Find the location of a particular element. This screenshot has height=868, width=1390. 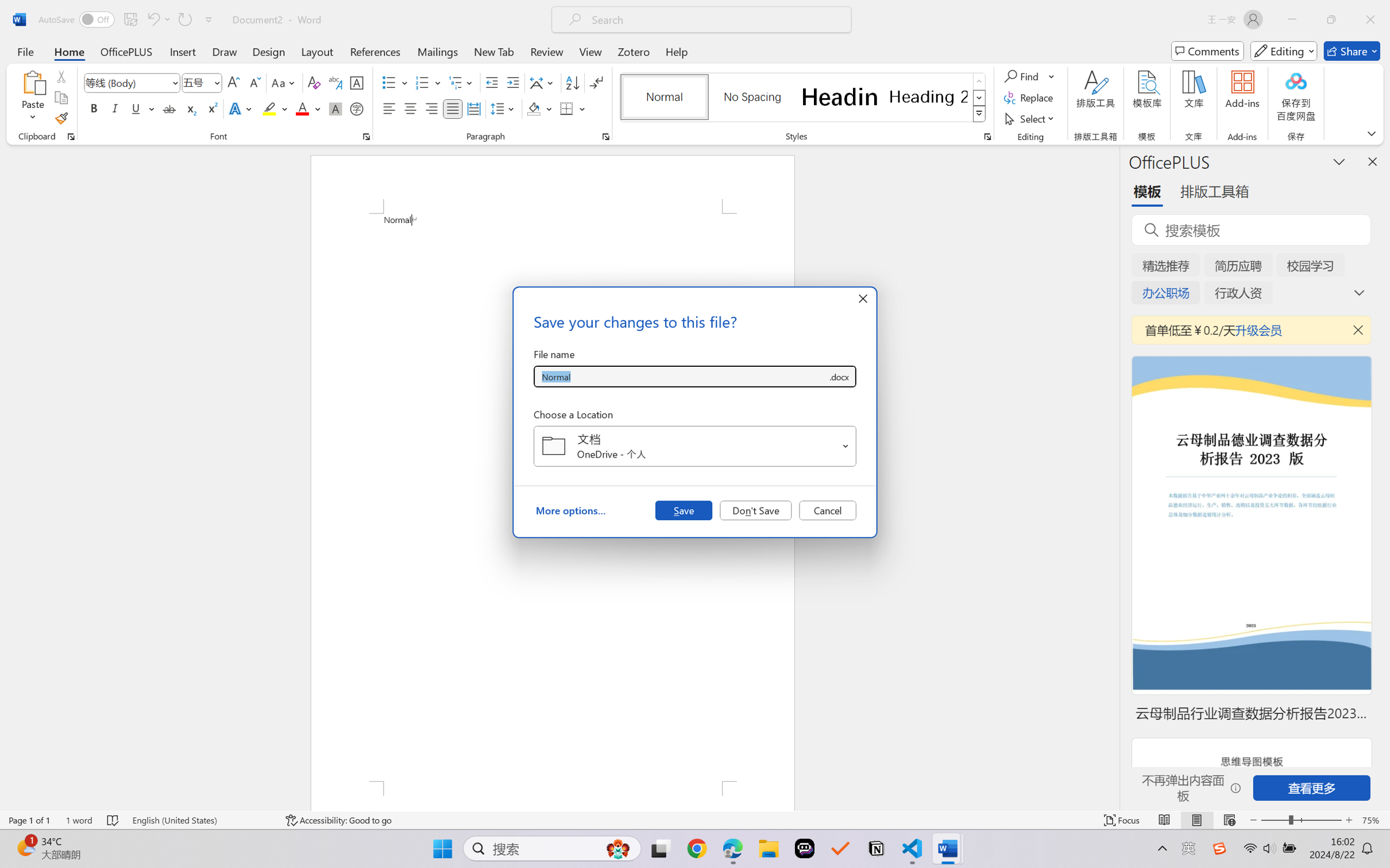

'Bullets' is located at coordinates (395, 83).